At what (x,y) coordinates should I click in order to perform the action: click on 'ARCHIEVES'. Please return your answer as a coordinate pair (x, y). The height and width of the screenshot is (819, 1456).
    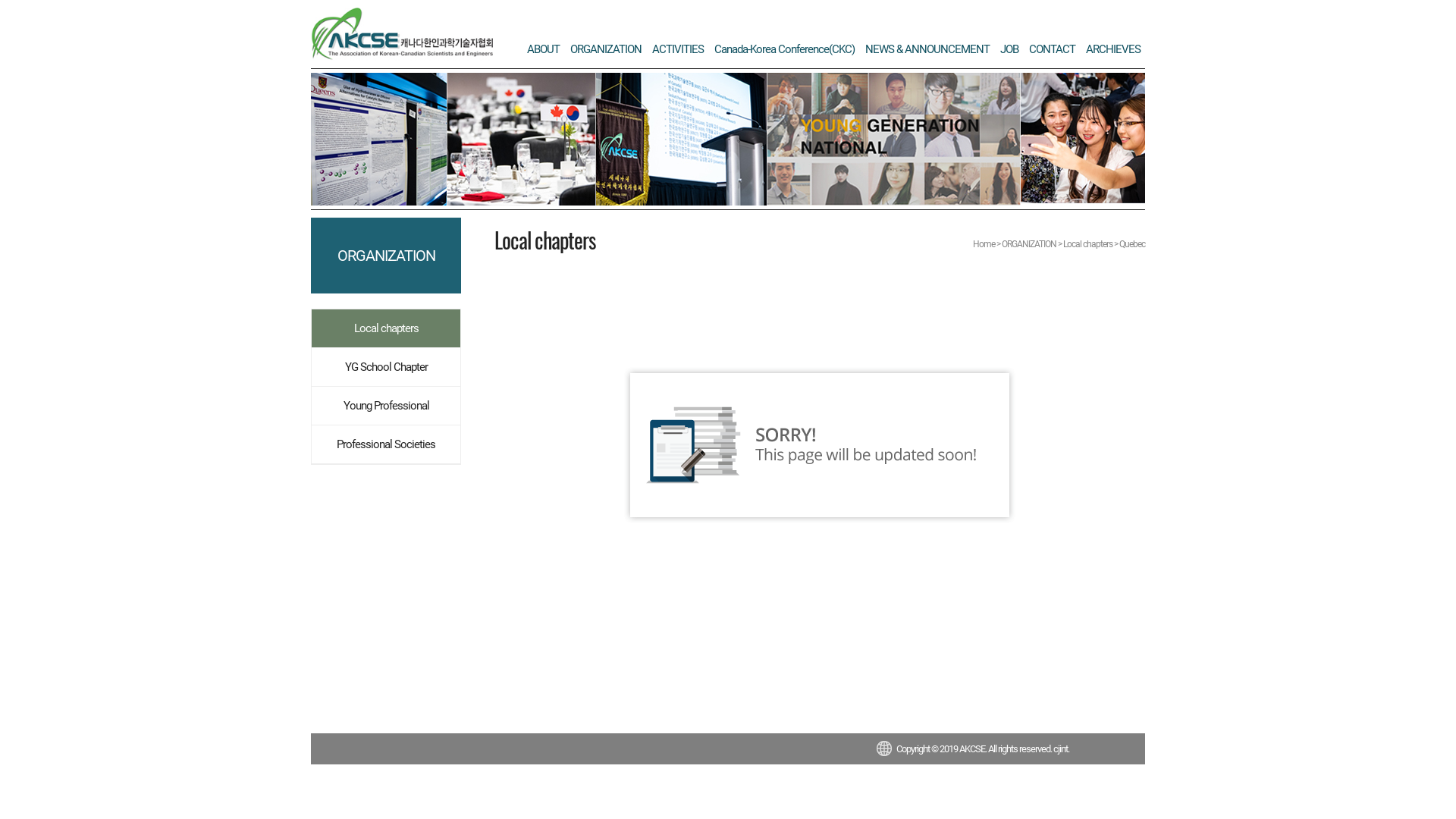
    Looking at the image, I should click on (1113, 49).